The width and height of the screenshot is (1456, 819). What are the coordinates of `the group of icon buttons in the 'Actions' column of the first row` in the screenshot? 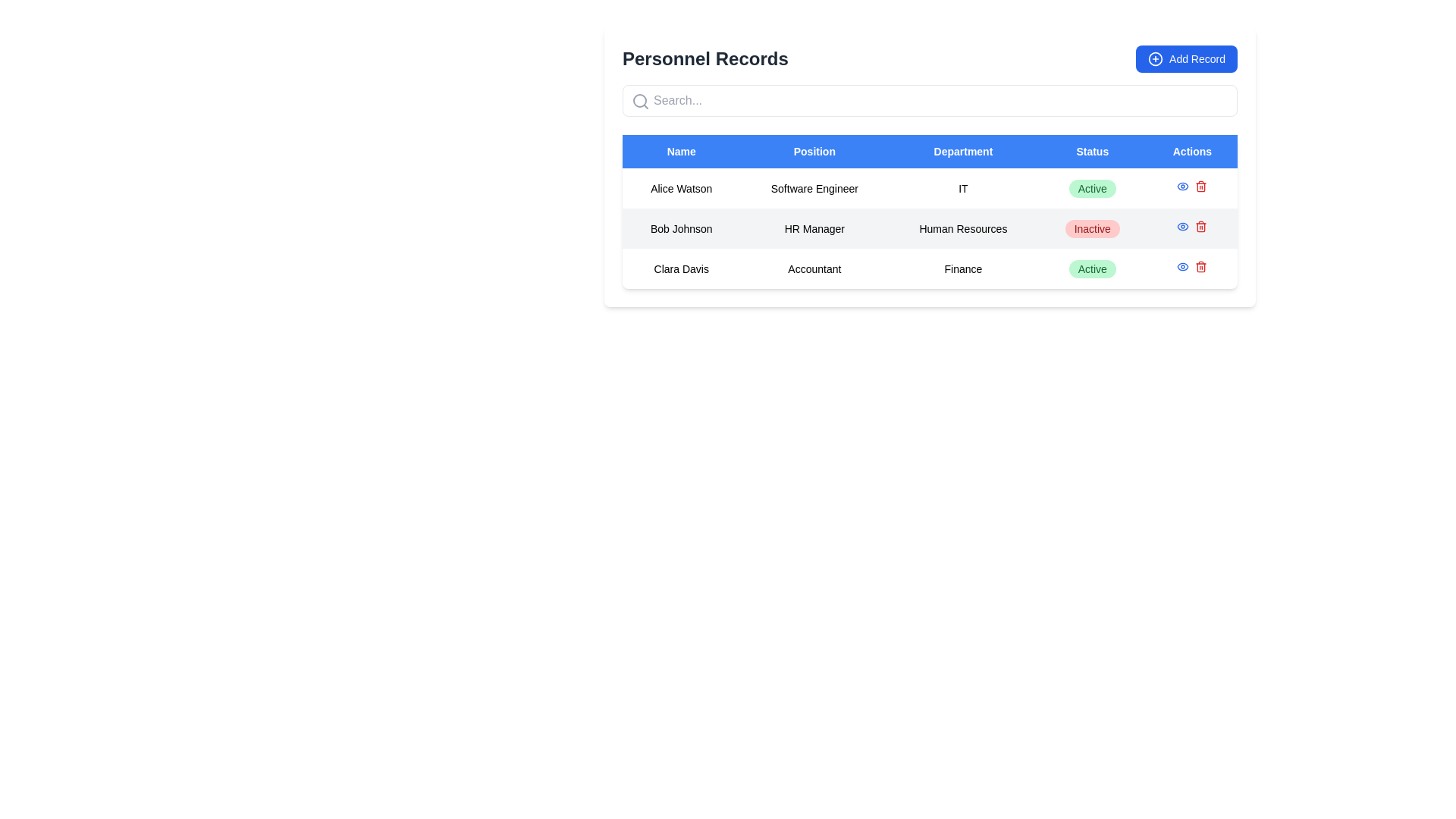 It's located at (1191, 187).